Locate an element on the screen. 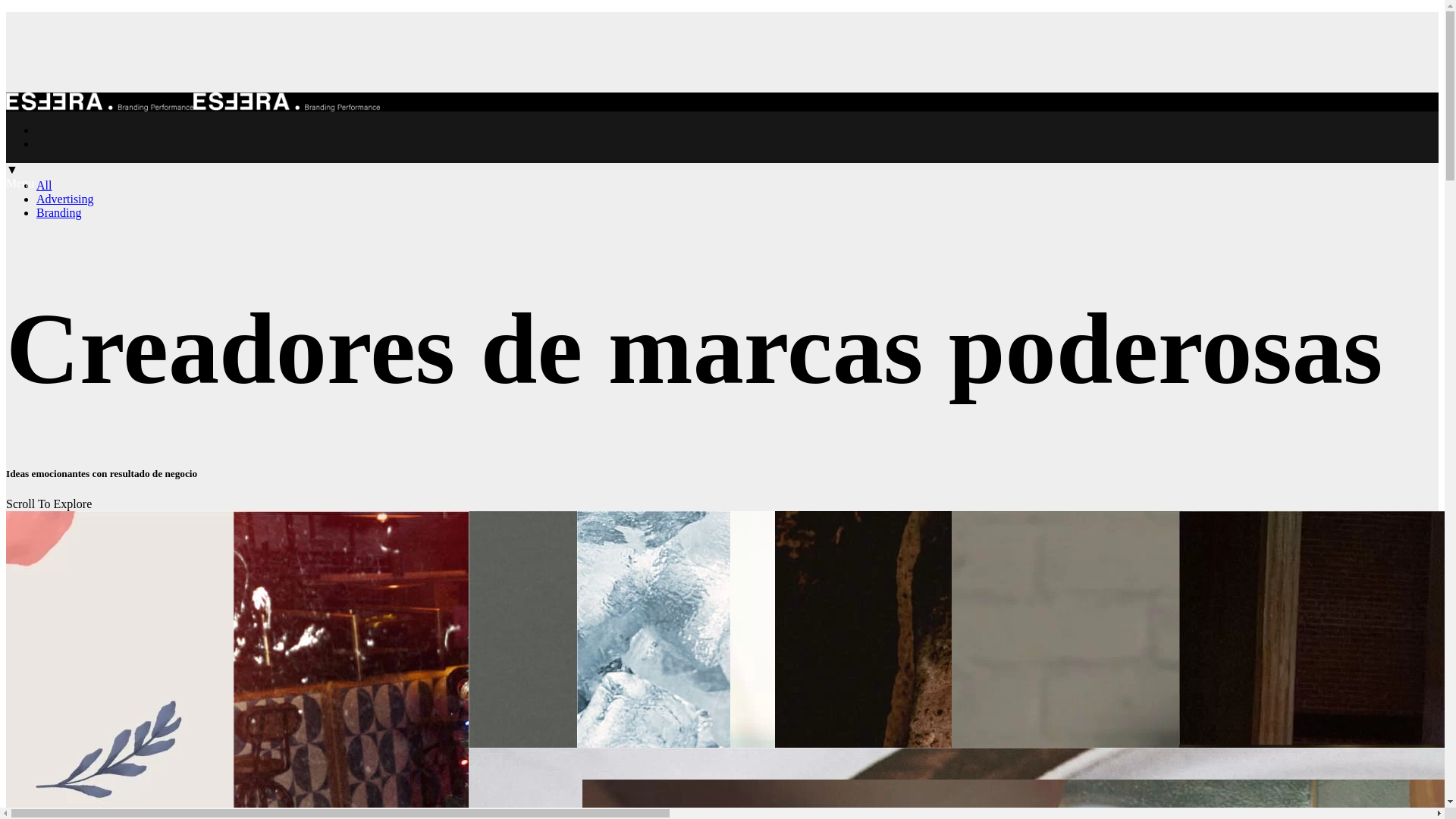  'All' is located at coordinates (43, 184).